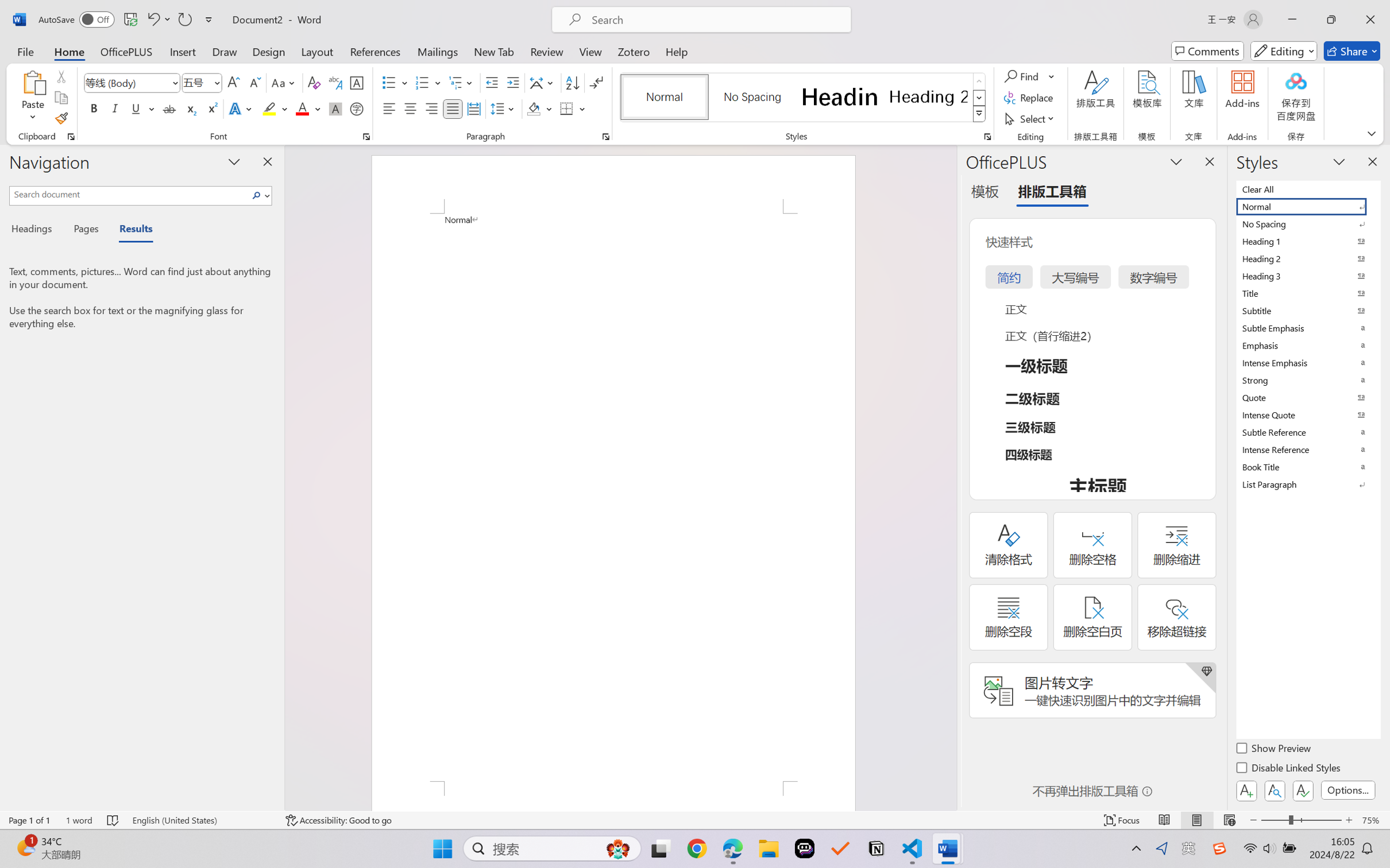  What do you see at coordinates (196, 83) in the screenshot?
I see `'Font Size'` at bounding box center [196, 83].